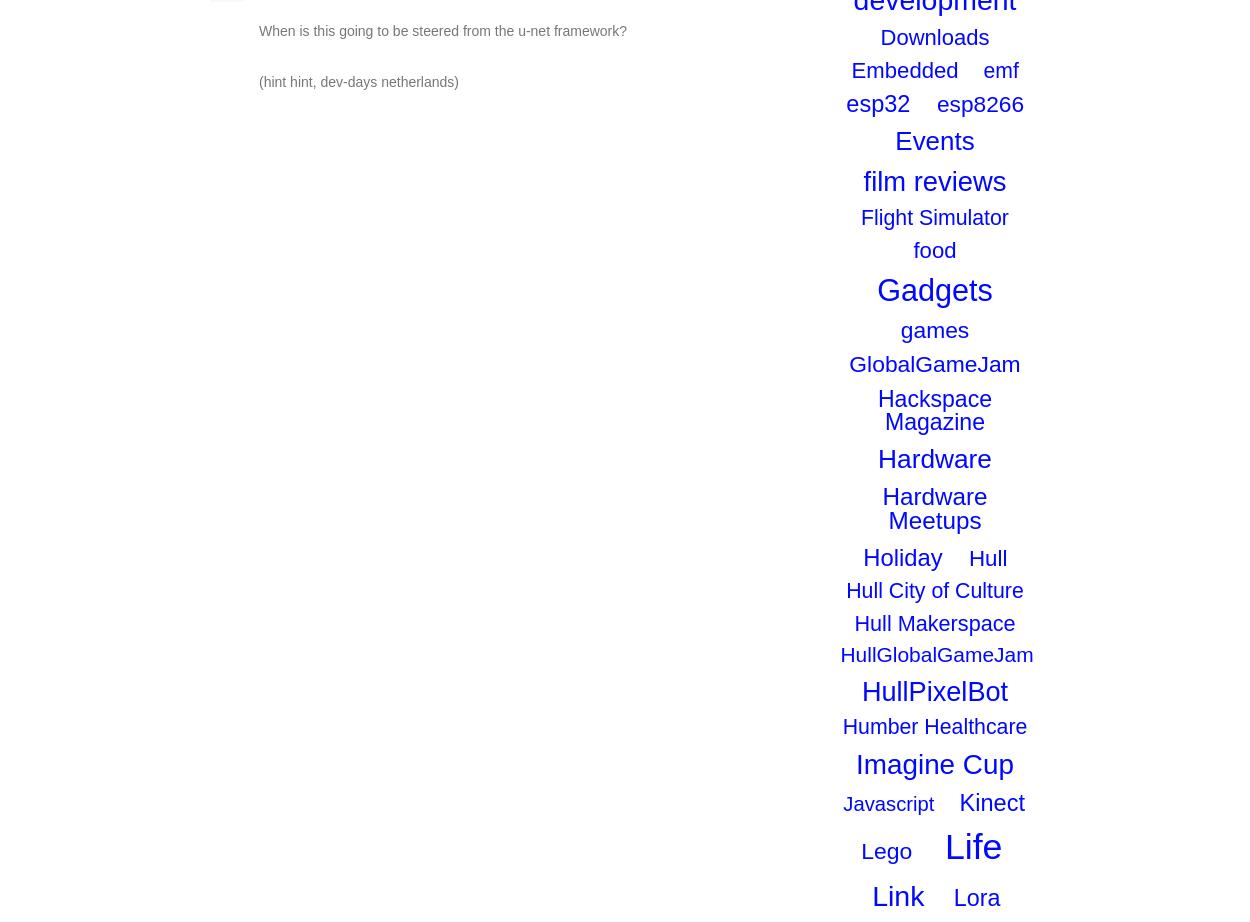  Describe the element at coordinates (934, 508) in the screenshot. I see `'Hardware Meetups'` at that location.